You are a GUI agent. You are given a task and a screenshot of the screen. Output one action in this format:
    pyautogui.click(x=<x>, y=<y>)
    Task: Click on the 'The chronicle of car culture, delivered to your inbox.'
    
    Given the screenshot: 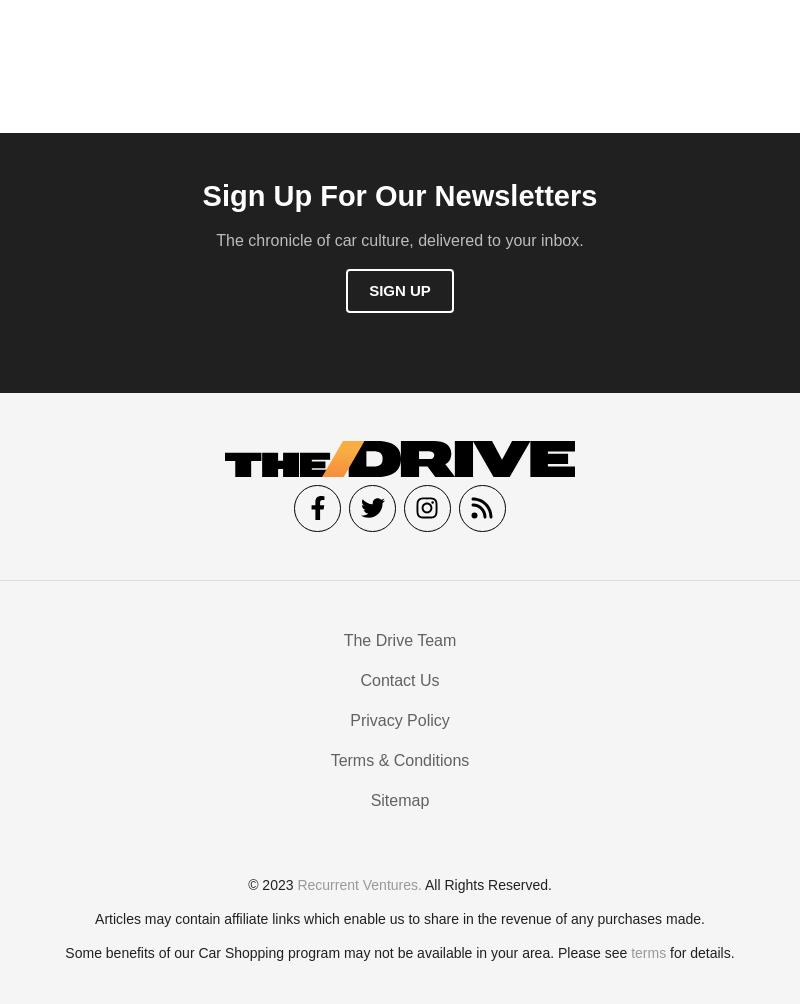 What is the action you would take?
    pyautogui.click(x=398, y=244)
    